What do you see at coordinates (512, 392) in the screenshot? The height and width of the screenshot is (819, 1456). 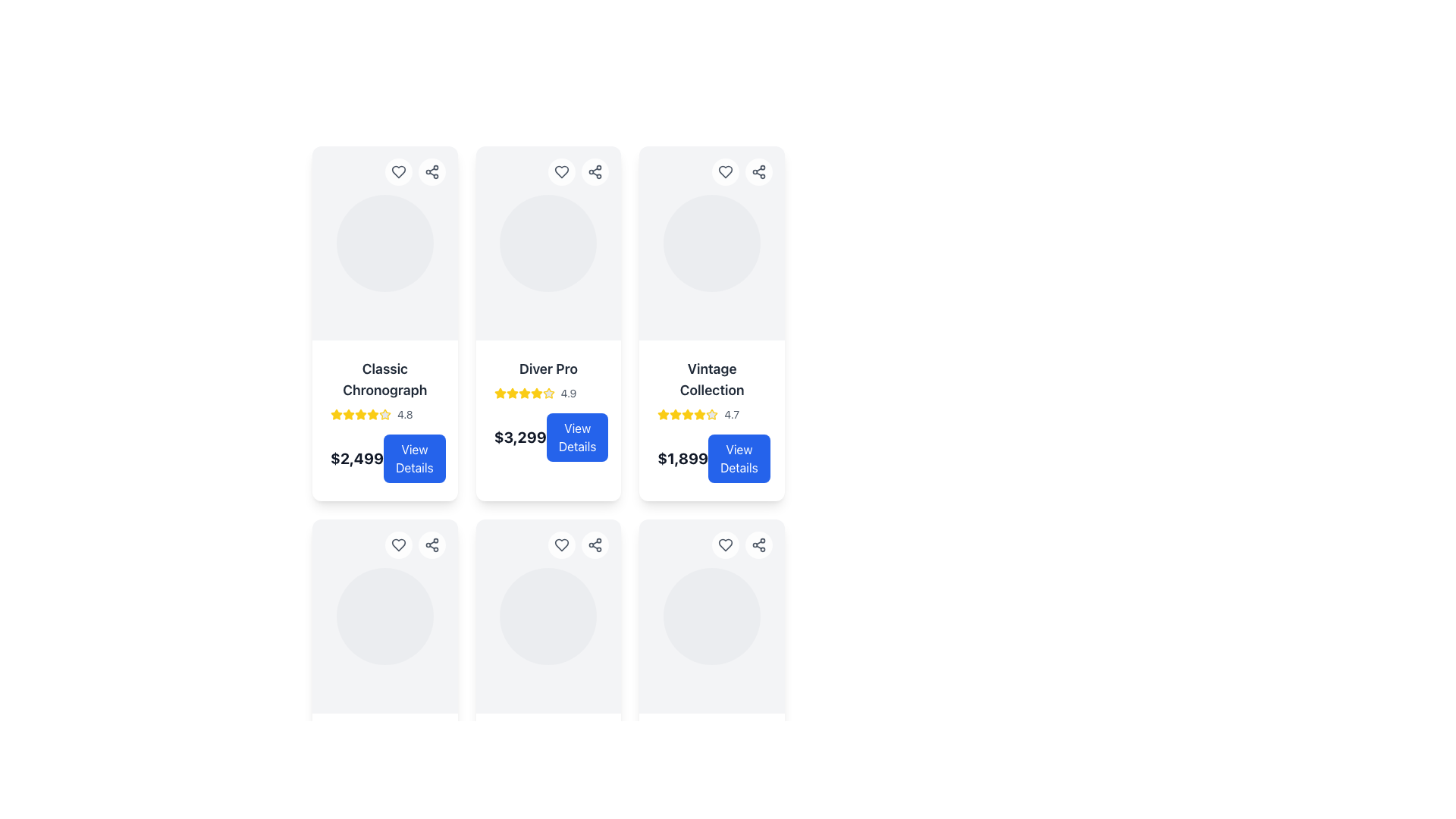 I see `the star rating icon located in the ratings section of the second product card in the top row of the grid, positioned before the numerical rating value` at bounding box center [512, 392].